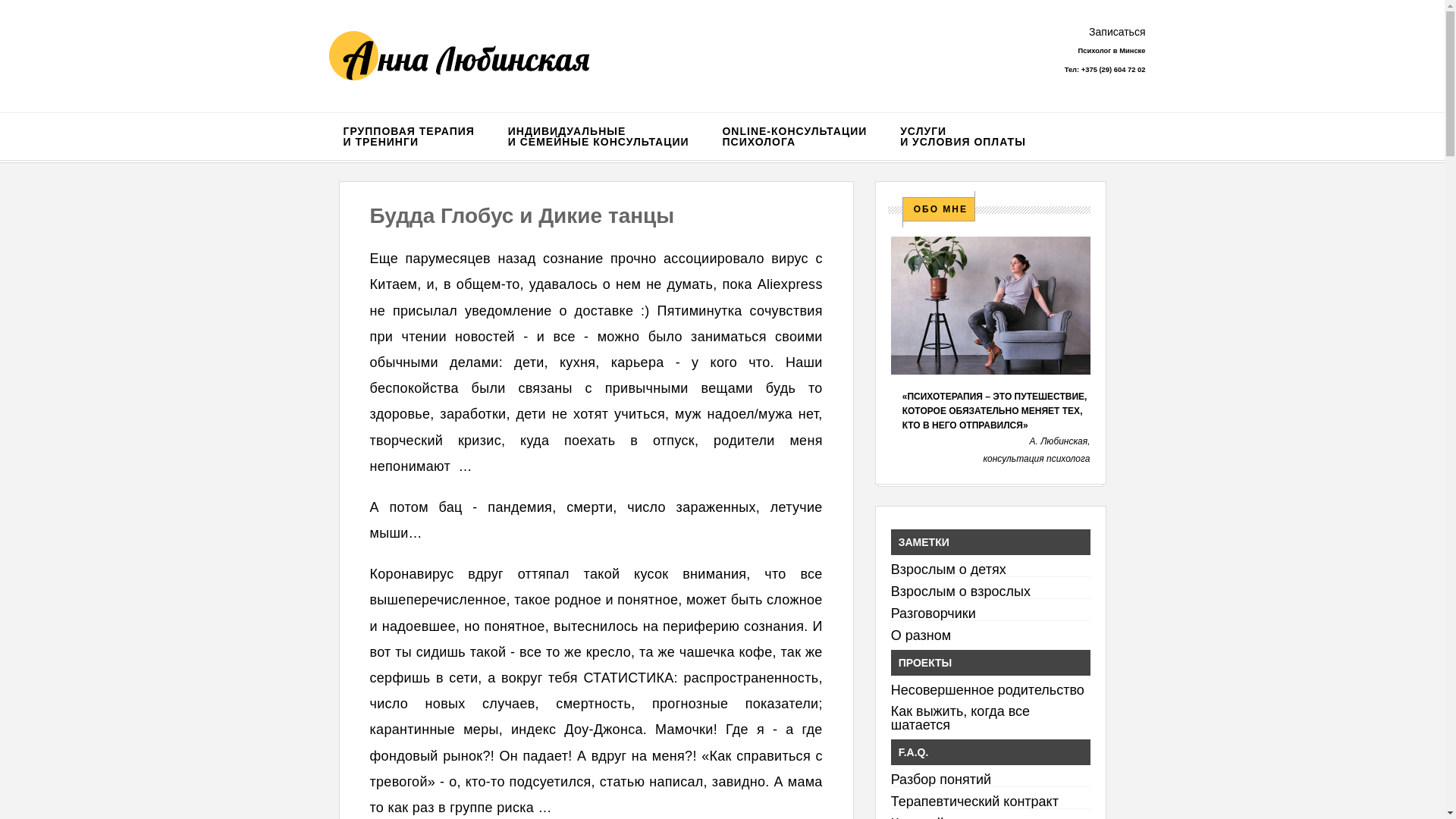  What do you see at coordinates (990, 752) in the screenshot?
I see `'F.A.Q.'` at bounding box center [990, 752].